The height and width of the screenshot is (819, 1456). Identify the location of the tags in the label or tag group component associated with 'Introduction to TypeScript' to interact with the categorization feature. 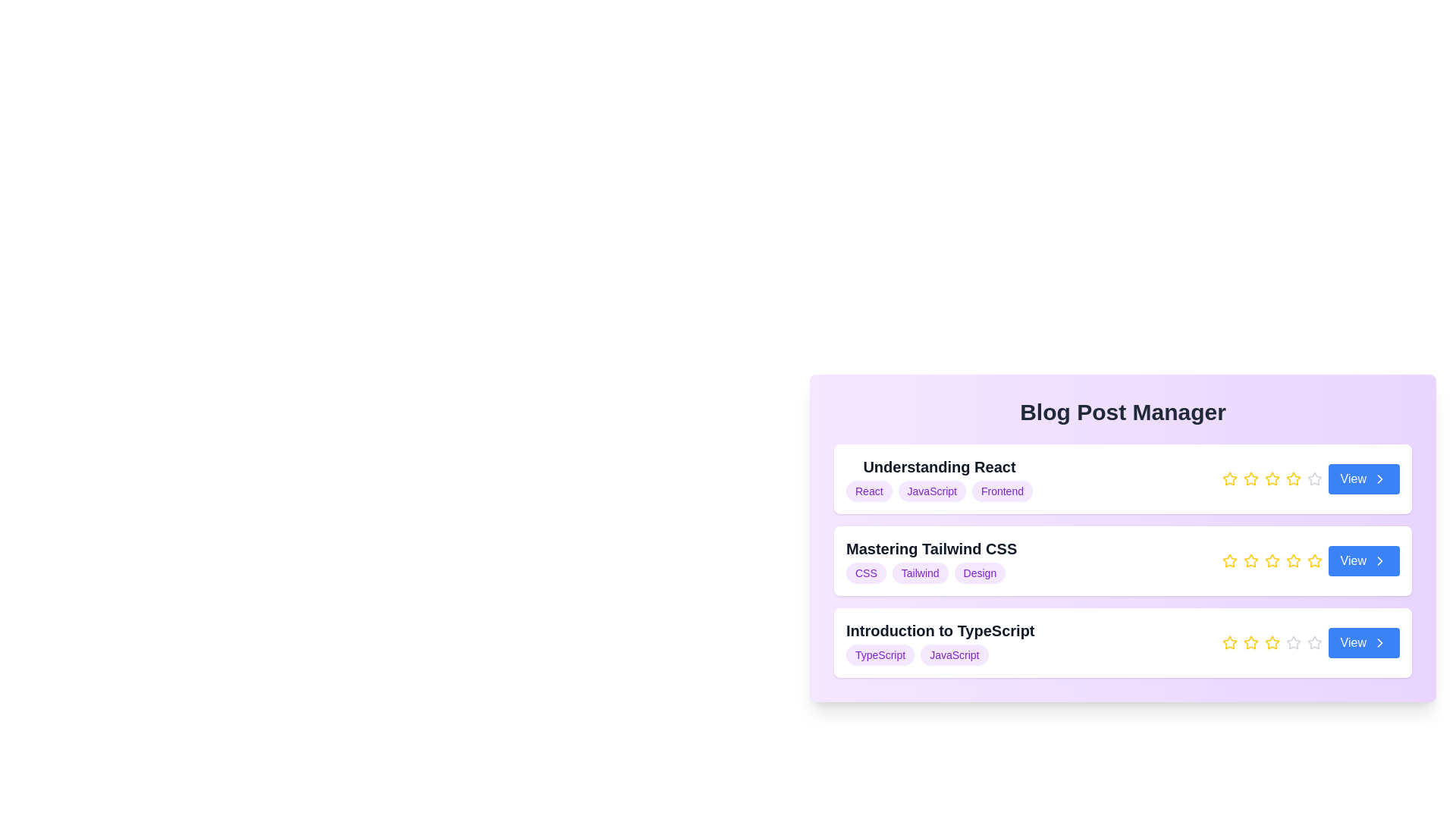
(939, 654).